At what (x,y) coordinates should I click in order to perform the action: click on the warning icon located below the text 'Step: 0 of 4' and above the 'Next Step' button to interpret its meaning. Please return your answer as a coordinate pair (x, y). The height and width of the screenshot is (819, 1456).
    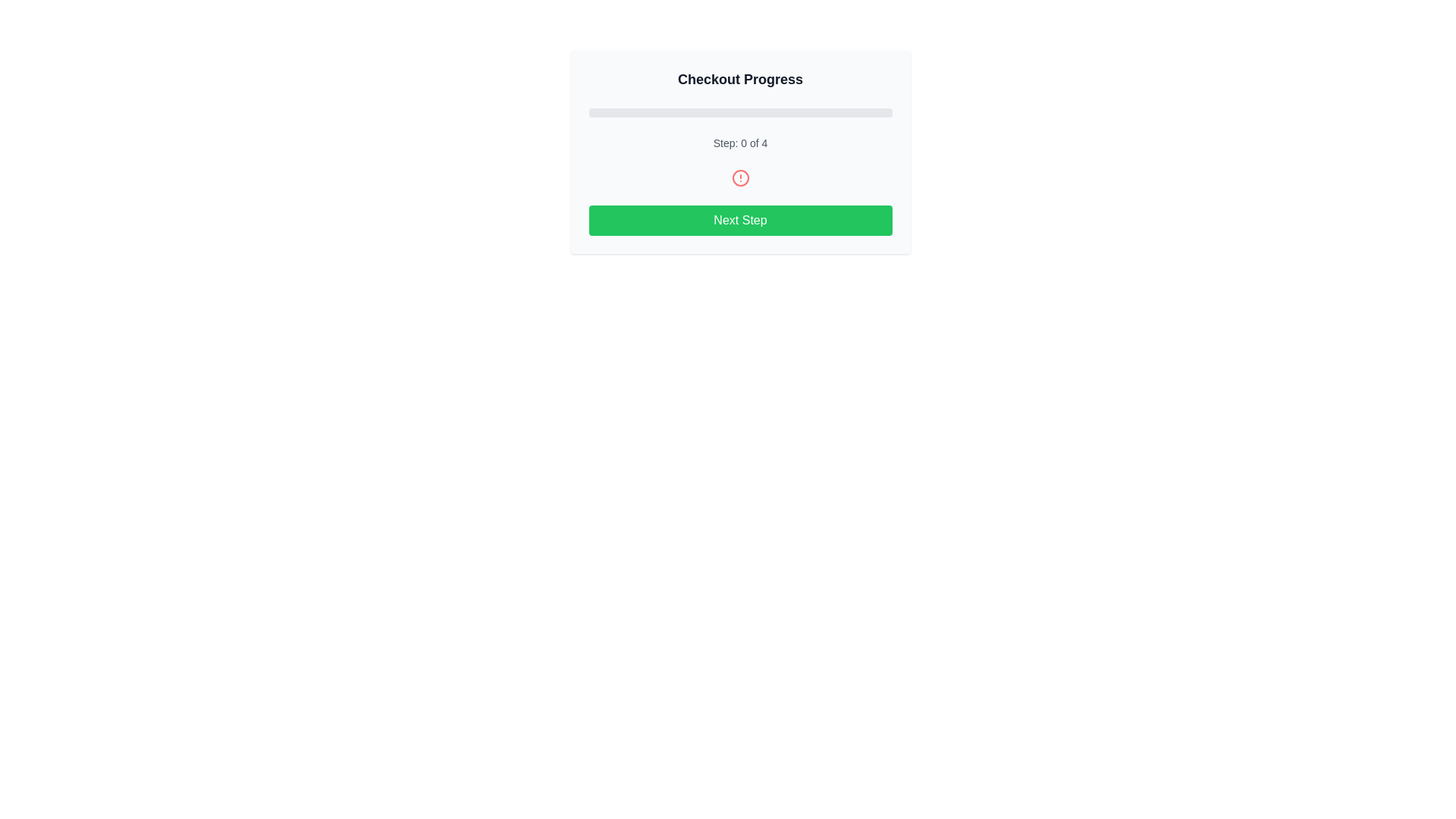
    Looking at the image, I should click on (740, 177).